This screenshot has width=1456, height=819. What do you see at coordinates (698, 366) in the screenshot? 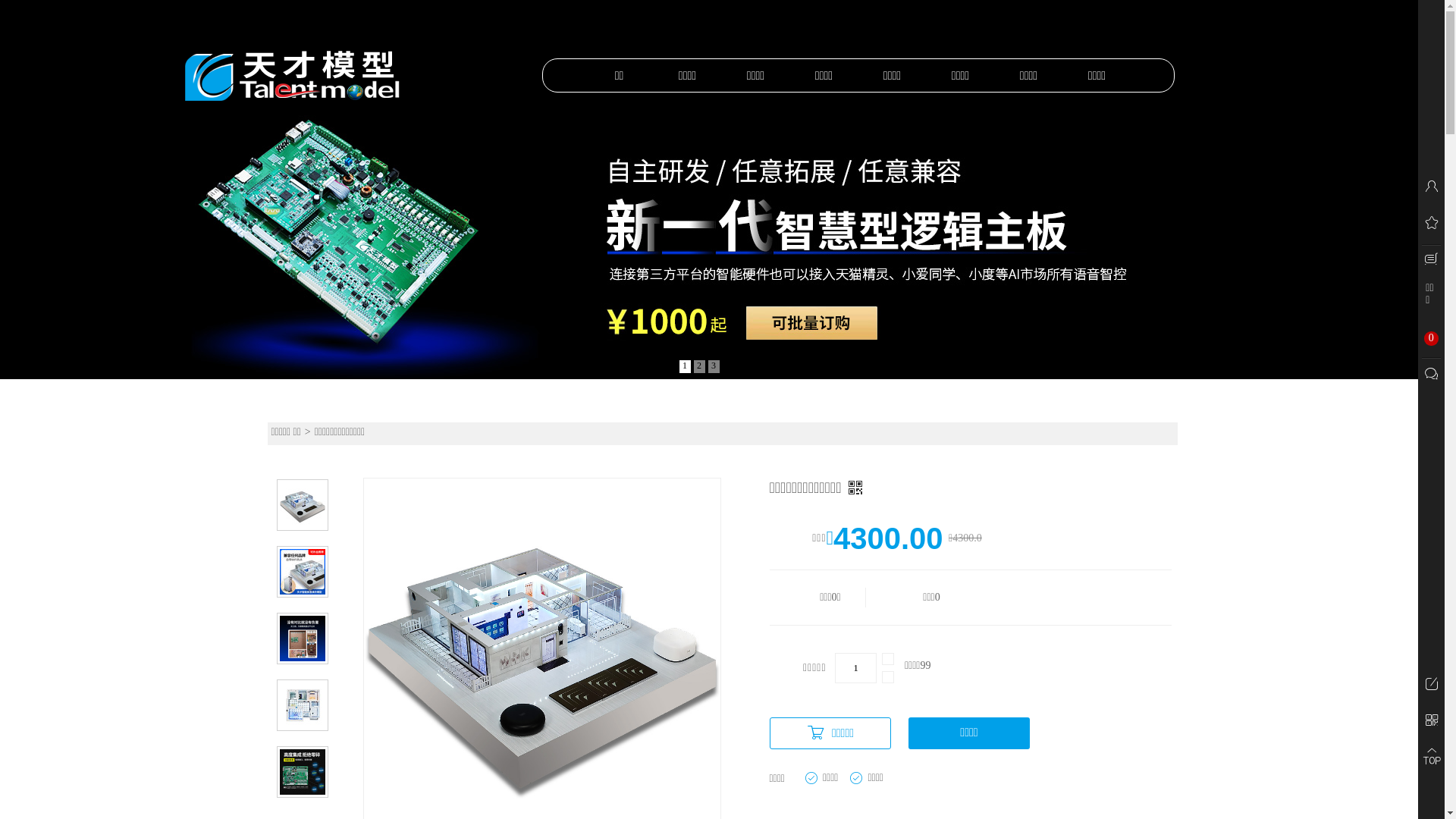
I see `'2'` at bounding box center [698, 366].